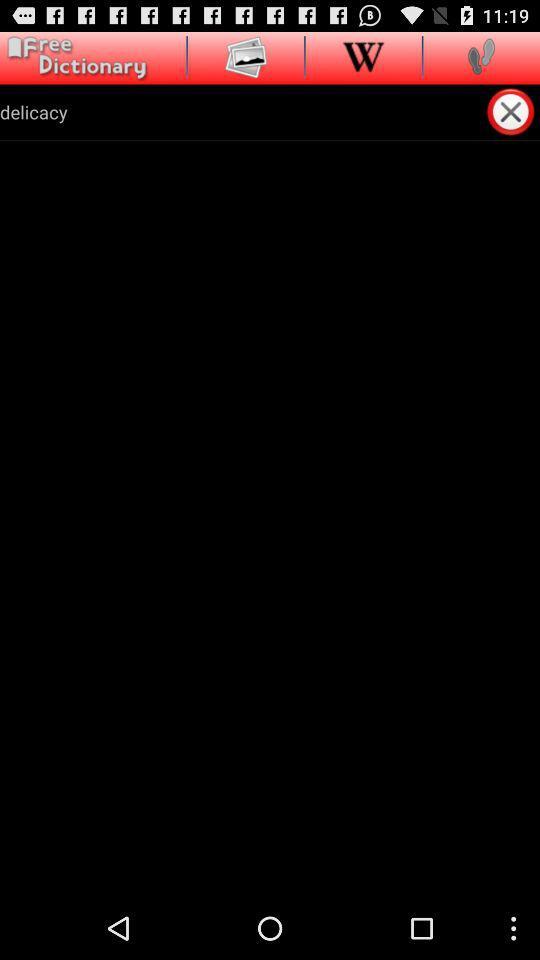 This screenshot has width=540, height=960. Describe the element at coordinates (73, 57) in the screenshot. I see `open the dictionary` at that location.